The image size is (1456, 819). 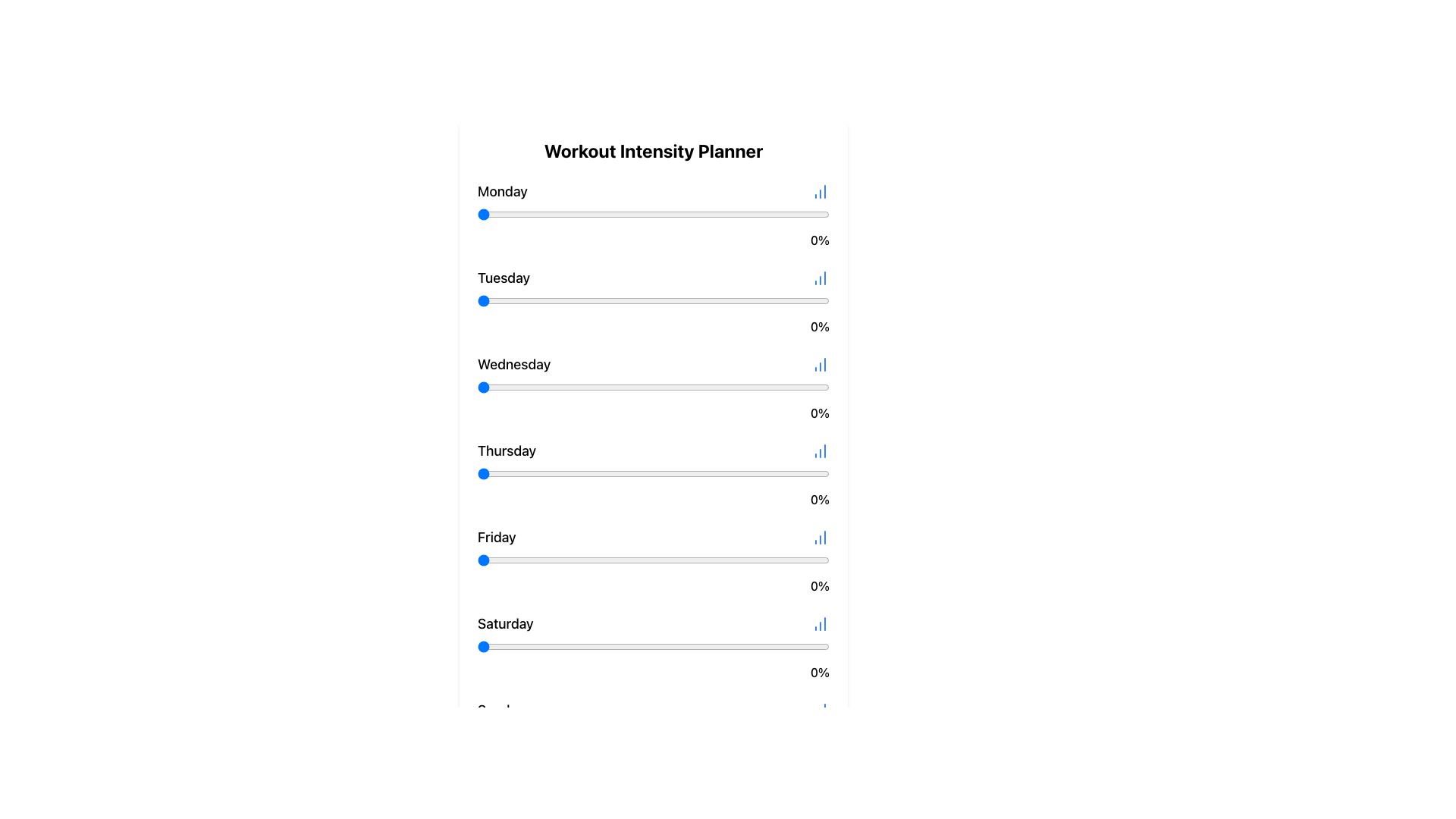 What do you see at coordinates (745, 214) in the screenshot?
I see `Monday's intensity` at bounding box center [745, 214].